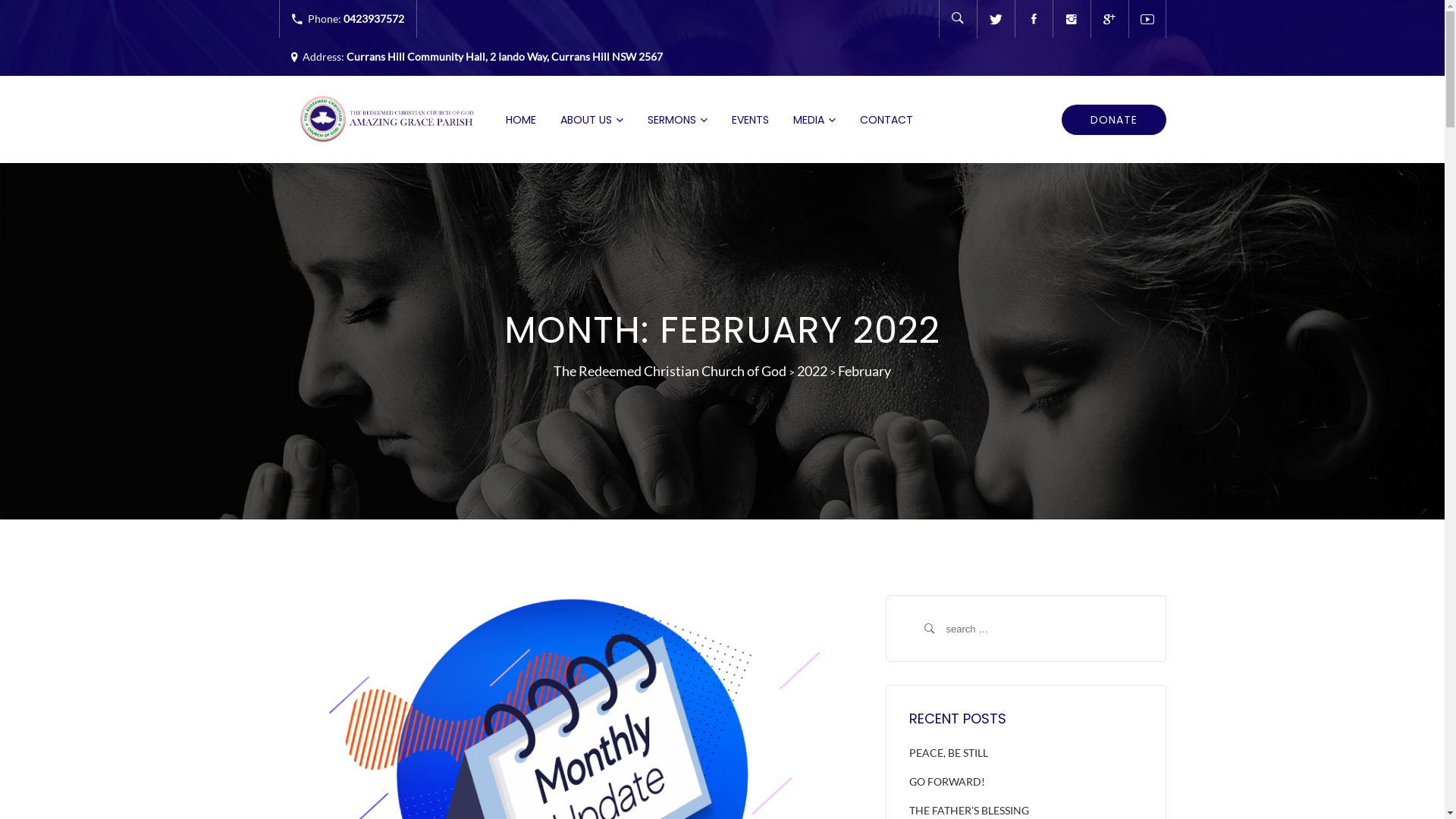 The image size is (1456, 819). I want to click on 'Youtube', so click(1147, 18).